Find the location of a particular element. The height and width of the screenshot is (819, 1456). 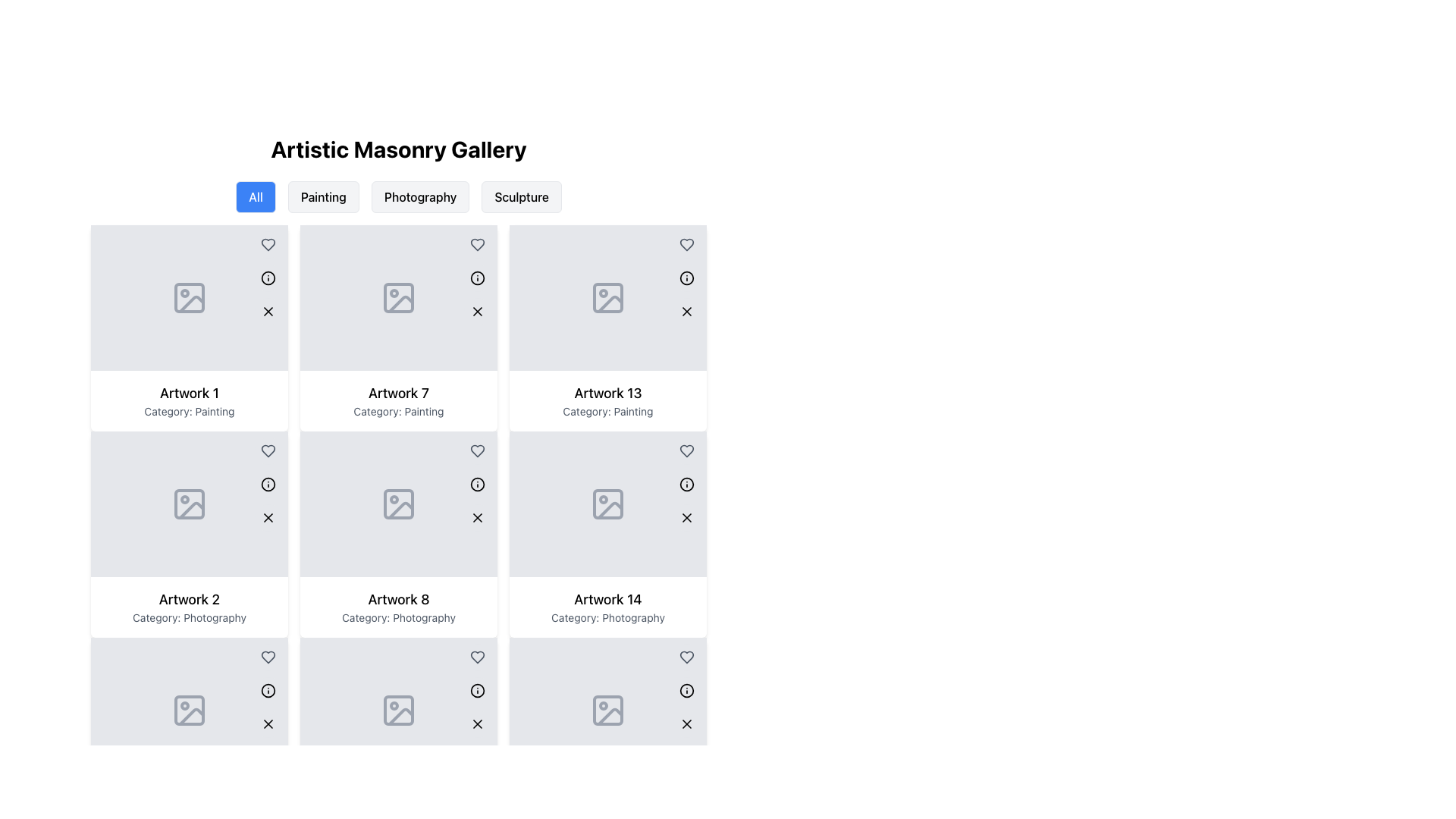

the circular button with a light gray background and an 'info' icon located in the bottom-right section of the 'Artwork 2' card is located at coordinates (268, 690).